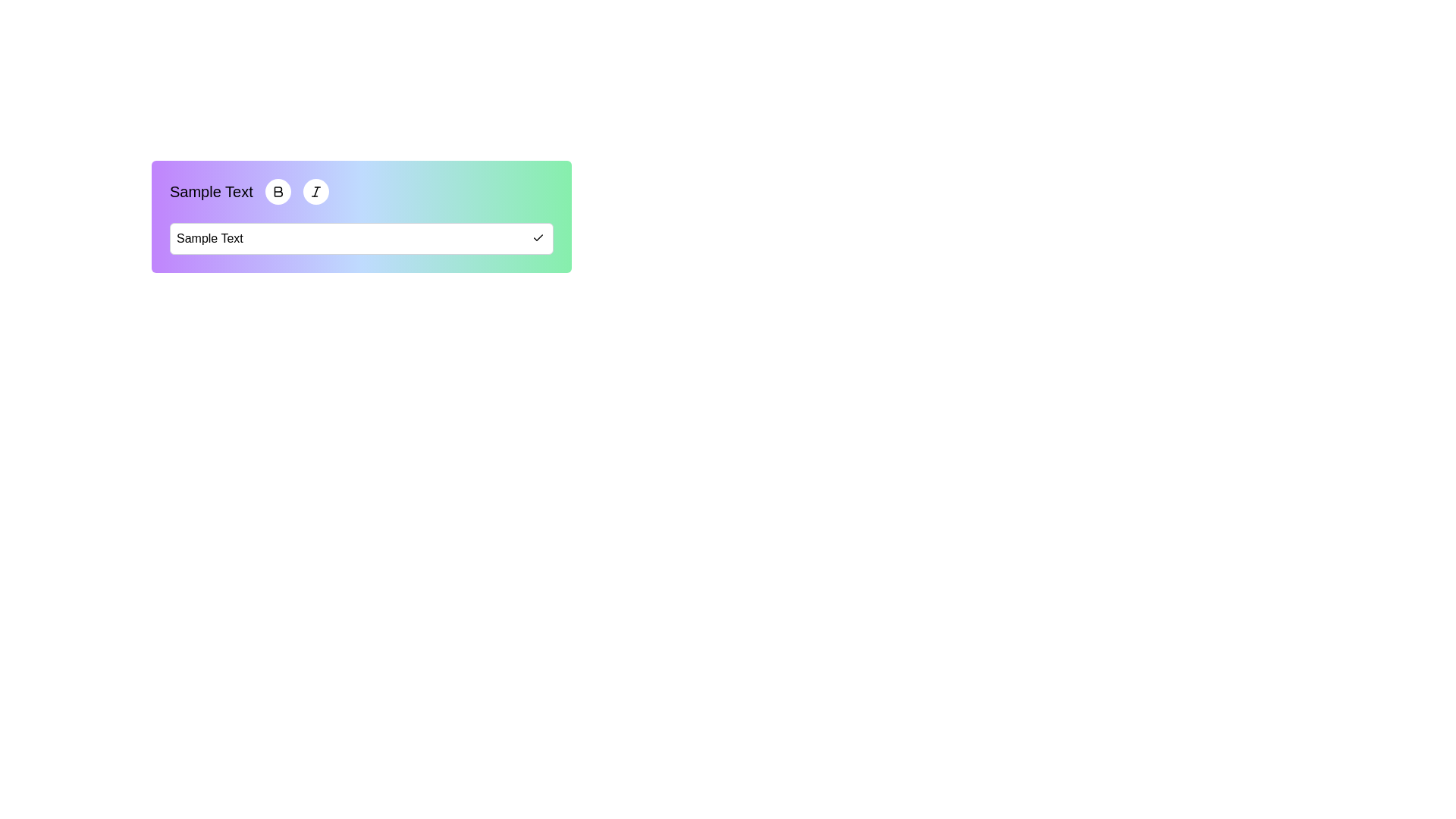 The height and width of the screenshot is (819, 1456). I want to click on the bold formatting icon button, so click(278, 191).